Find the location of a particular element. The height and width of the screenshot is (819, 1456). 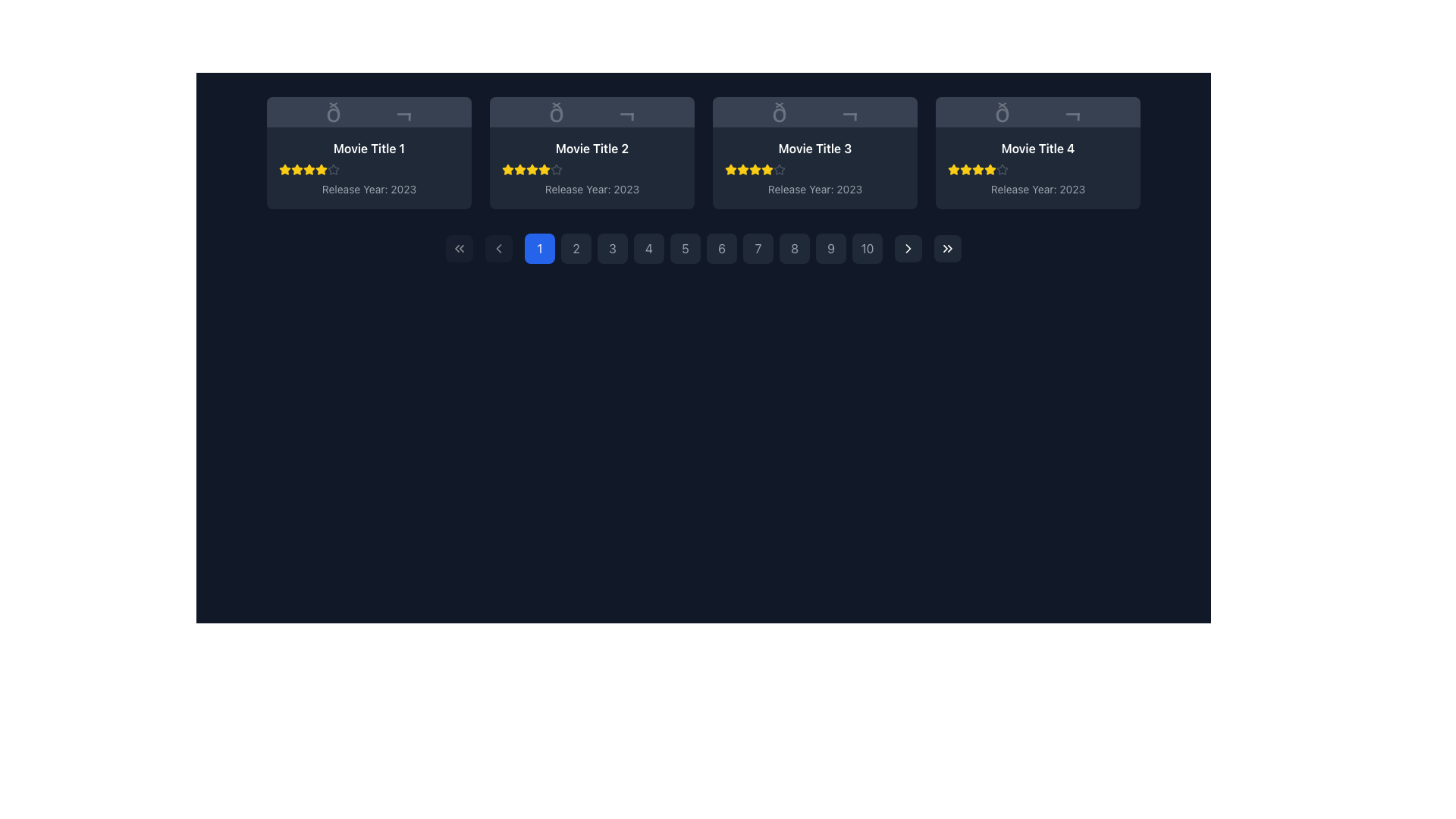

the sixth yellow star-shaped icon in the movie card rating indicator located in the first position of the grid is located at coordinates (320, 169).